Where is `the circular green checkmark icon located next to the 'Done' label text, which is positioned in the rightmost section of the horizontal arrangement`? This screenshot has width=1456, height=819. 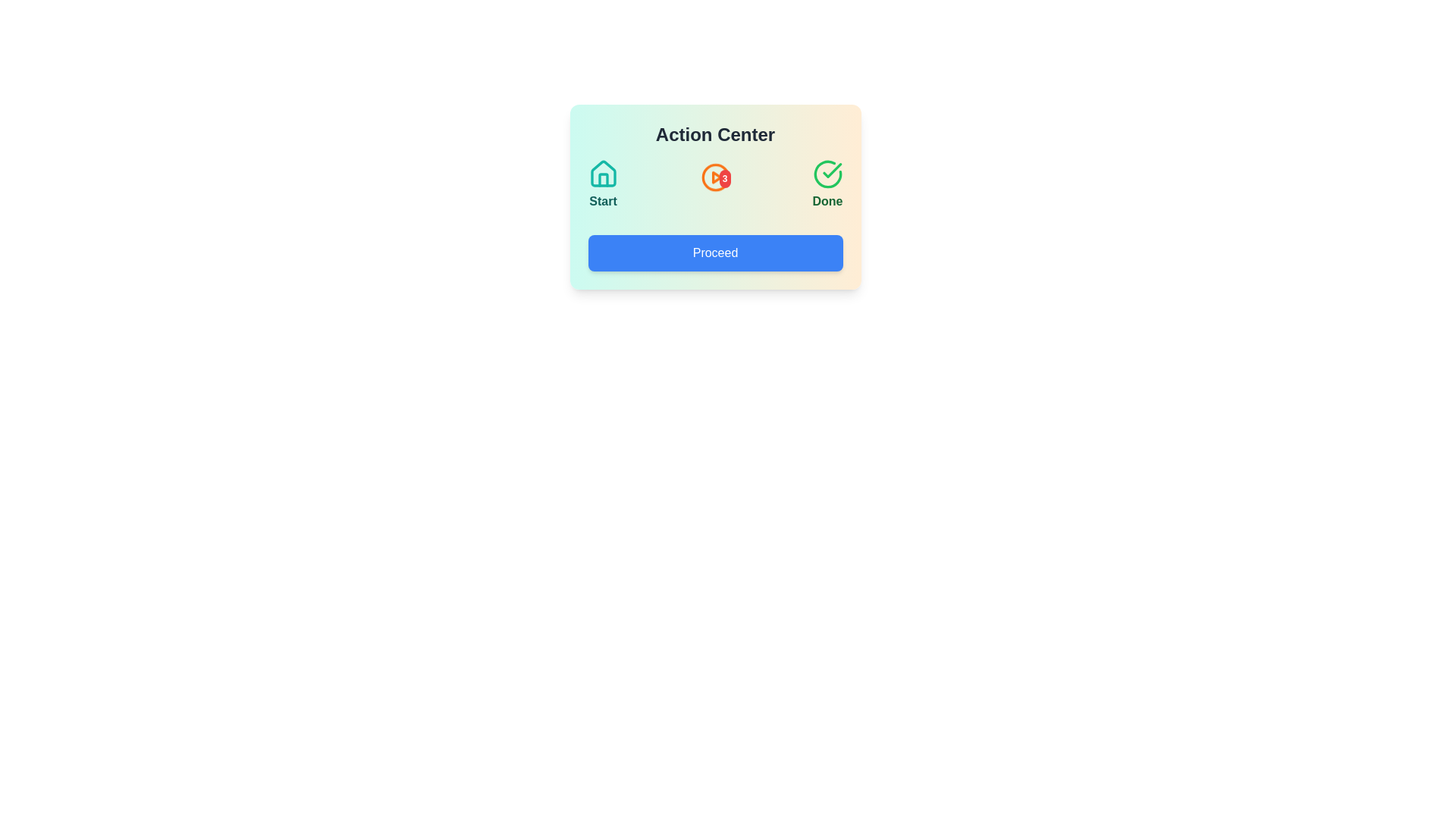 the circular green checkmark icon located next to the 'Done' label text, which is positioned in the rightmost section of the horizontal arrangement is located at coordinates (827, 174).